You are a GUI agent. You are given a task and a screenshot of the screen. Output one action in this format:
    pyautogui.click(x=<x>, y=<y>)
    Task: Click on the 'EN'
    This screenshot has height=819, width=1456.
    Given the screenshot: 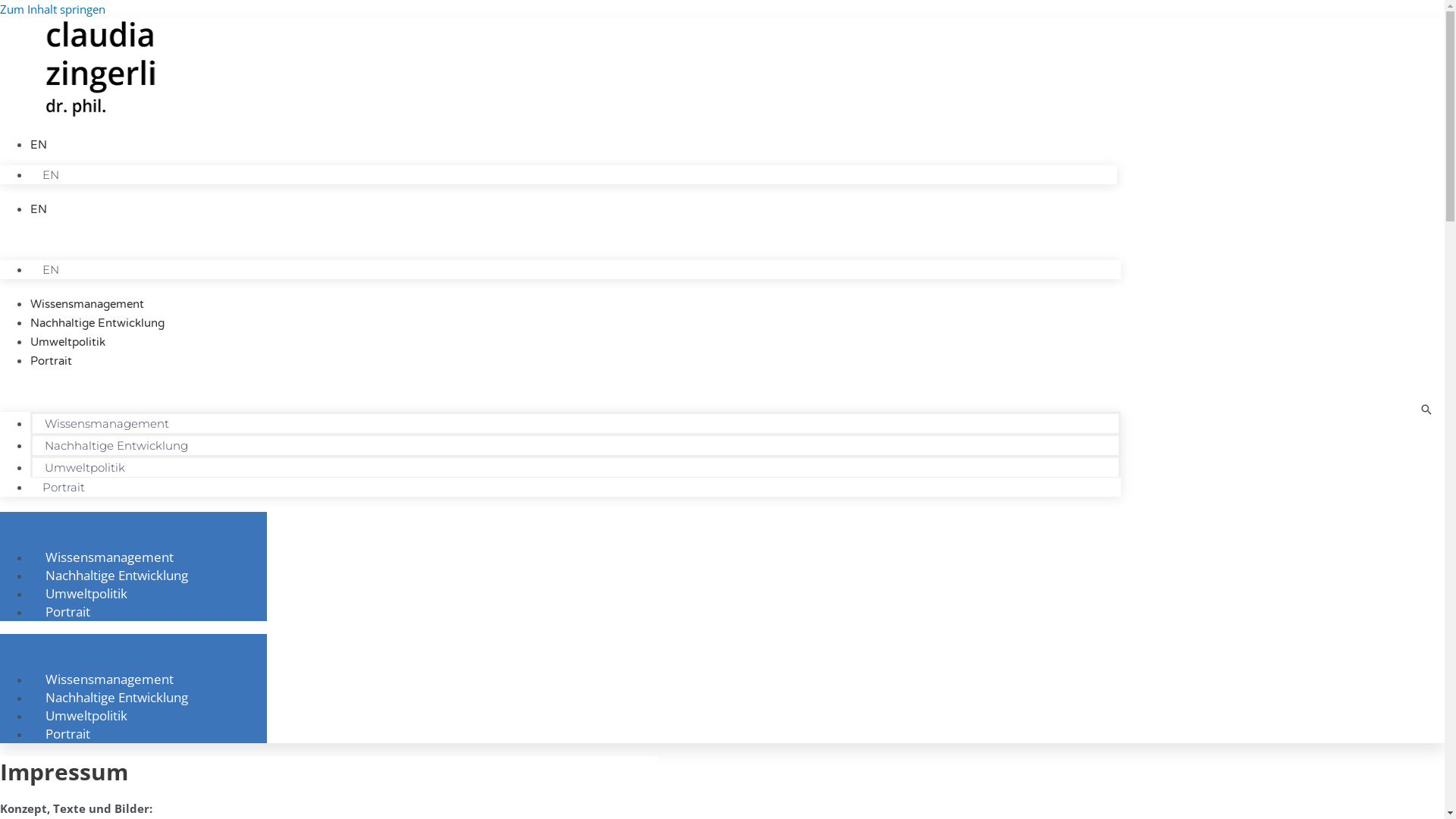 What is the action you would take?
    pyautogui.click(x=39, y=209)
    